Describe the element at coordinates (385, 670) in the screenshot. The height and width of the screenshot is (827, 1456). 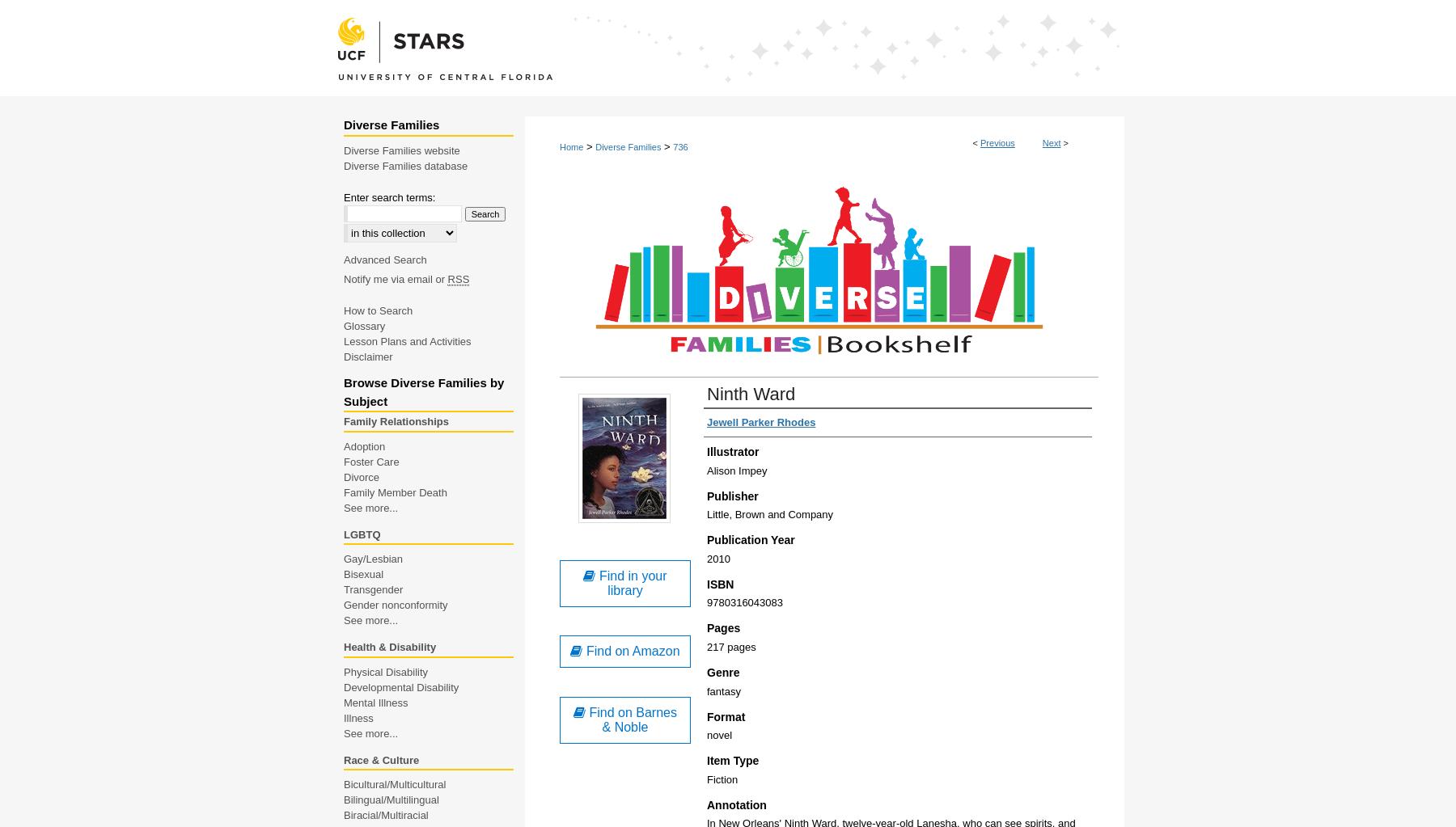
I see `'Physical Disability'` at that location.